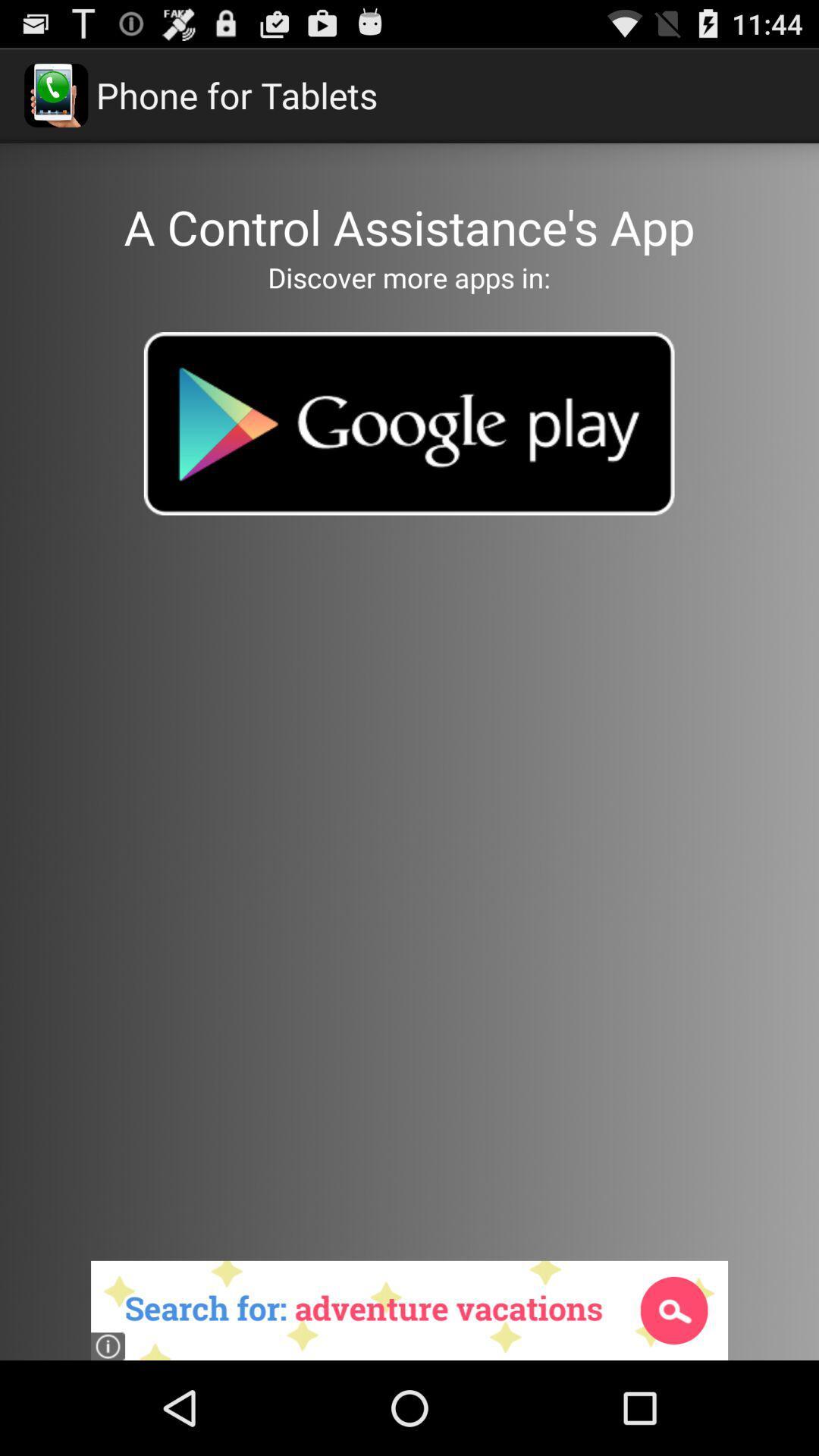 The image size is (819, 1456). I want to click on icon below discover more apps item, so click(408, 423).